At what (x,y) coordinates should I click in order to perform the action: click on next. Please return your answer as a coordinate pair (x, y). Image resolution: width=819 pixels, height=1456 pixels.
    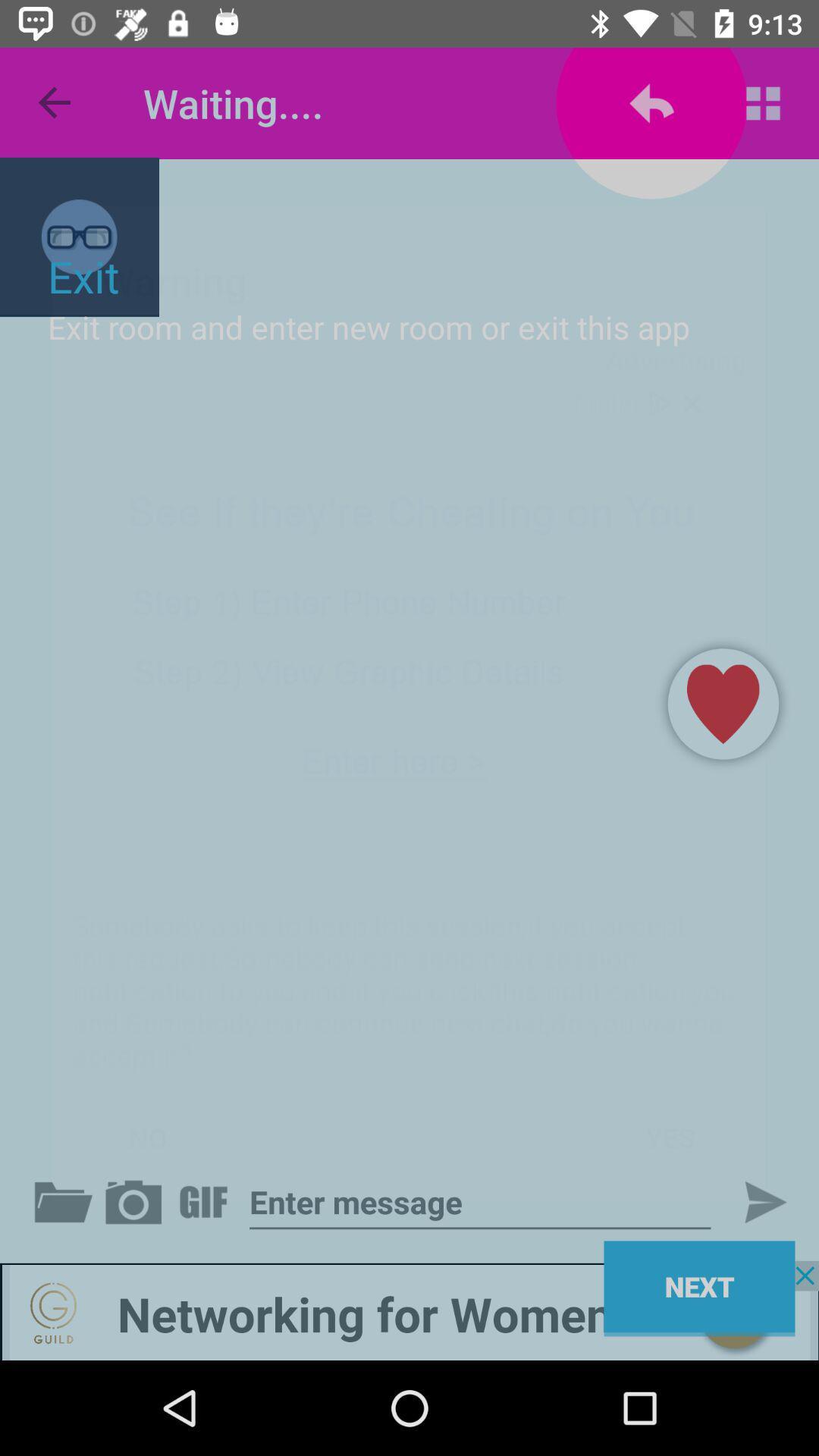
    Looking at the image, I should click on (480, 1201).